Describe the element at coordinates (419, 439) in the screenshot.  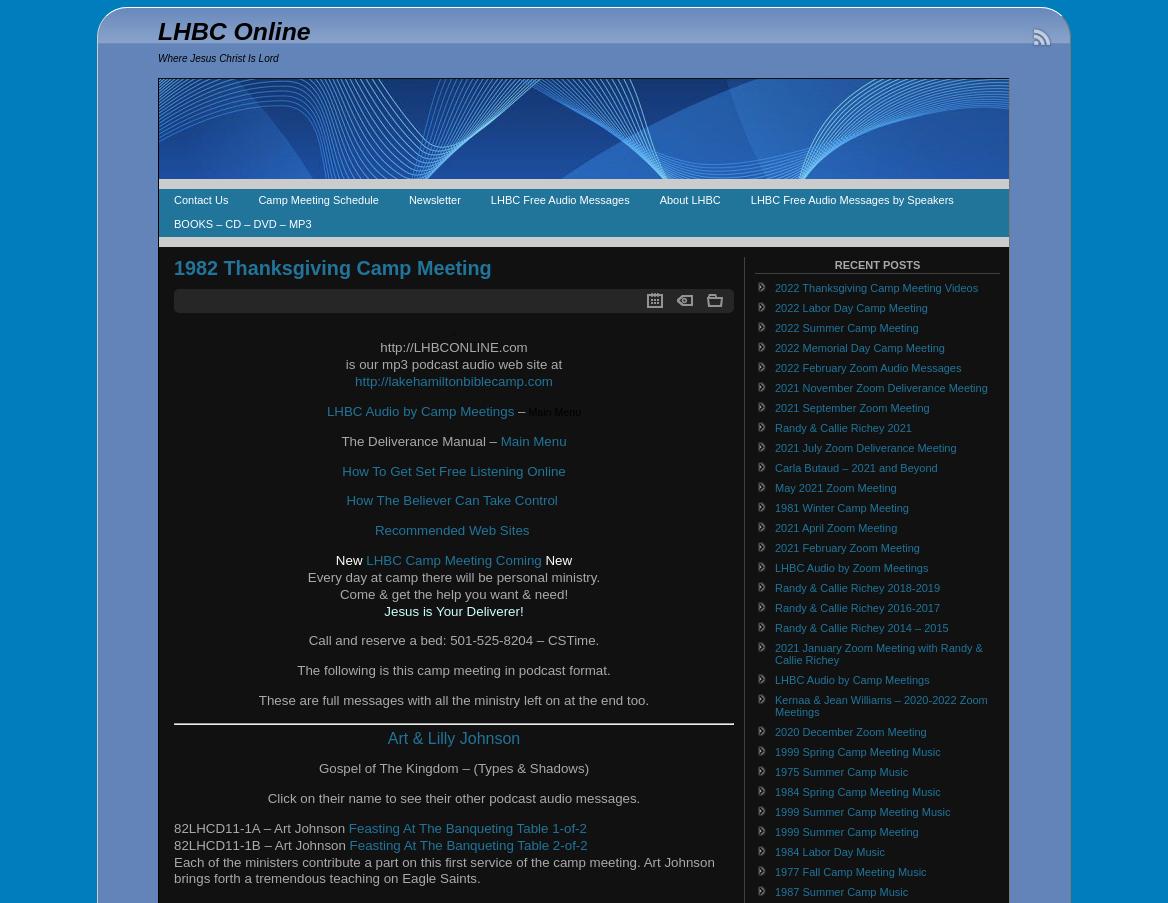
I see `'The Deliverance Manual –'` at that location.